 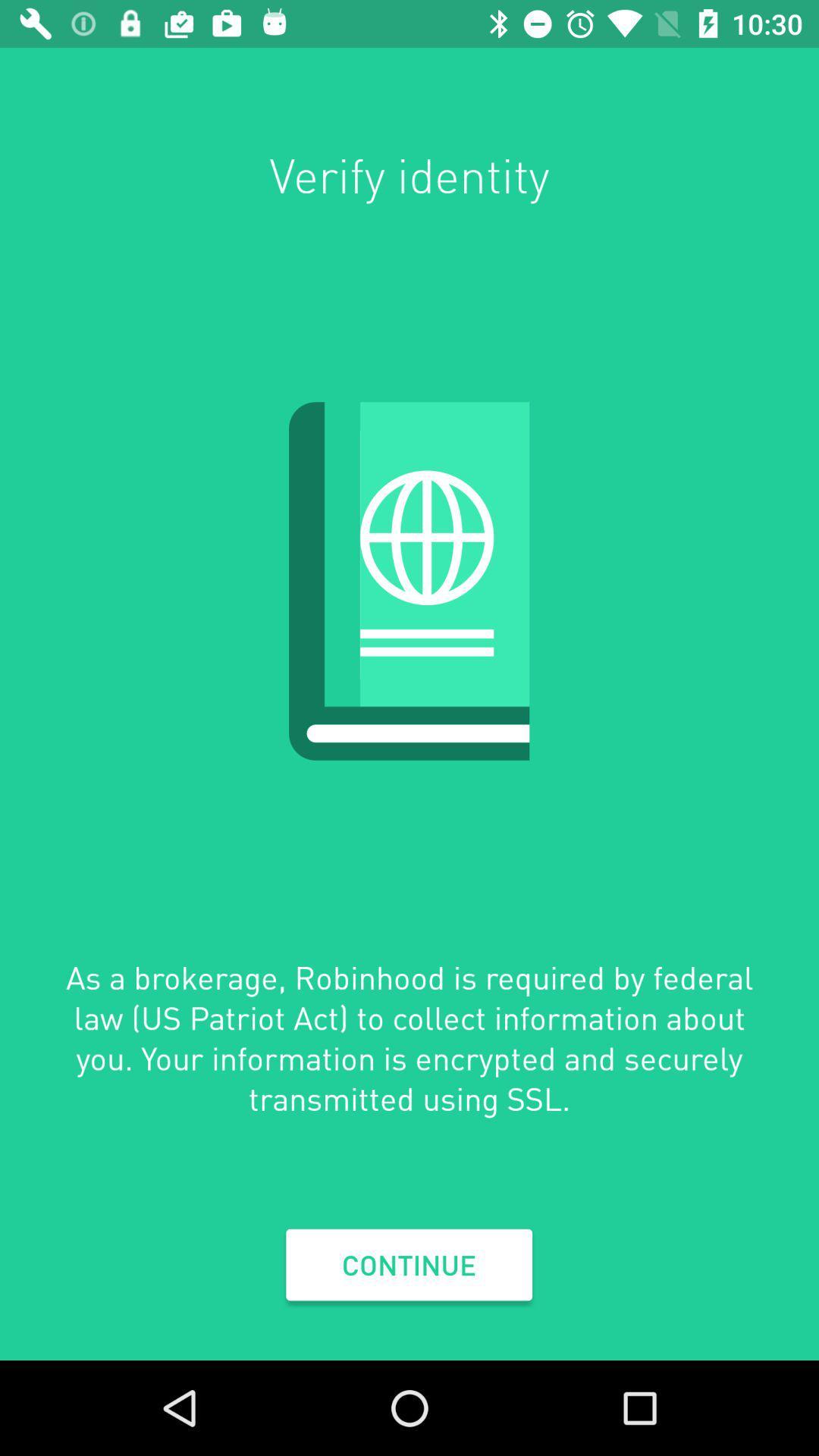 What do you see at coordinates (408, 1265) in the screenshot?
I see `the item below as a brokerage icon` at bounding box center [408, 1265].